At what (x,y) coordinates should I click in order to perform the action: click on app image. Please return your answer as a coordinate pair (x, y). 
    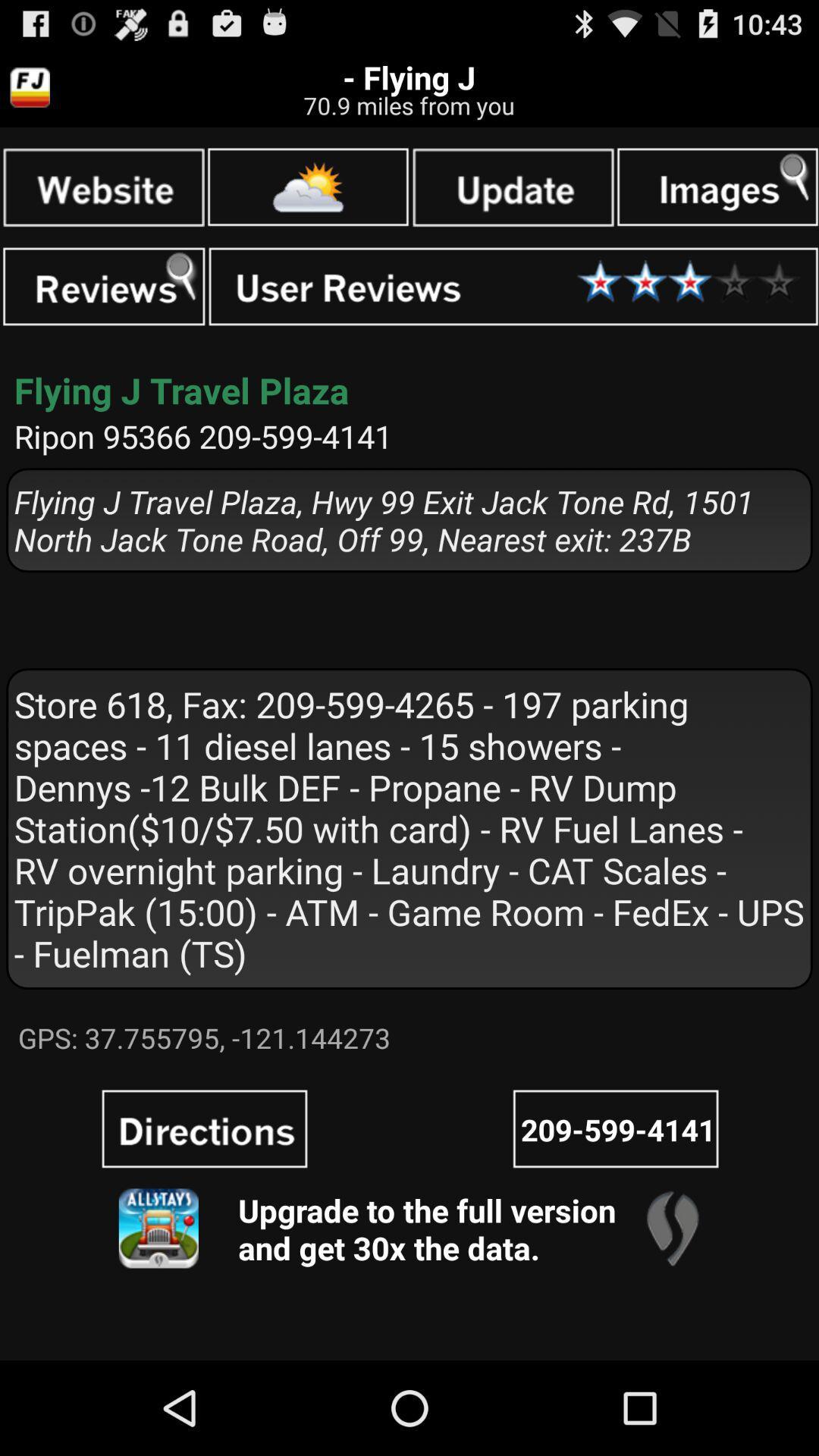
    Looking at the image, I should click on (158, 1228).